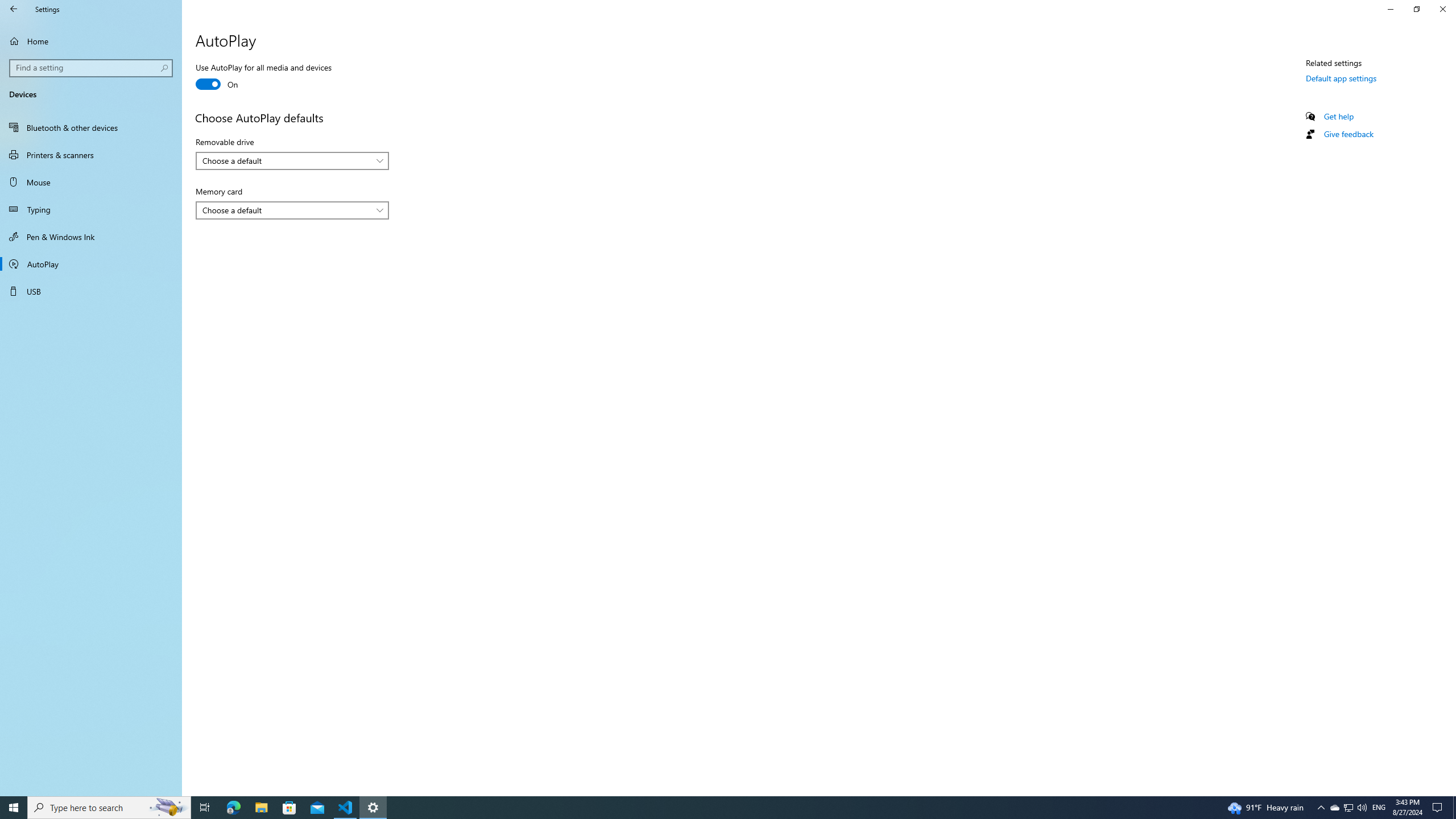 This screenshot has height=819, width=1456. I want to click on 'Removable drive', so click(292, 160).